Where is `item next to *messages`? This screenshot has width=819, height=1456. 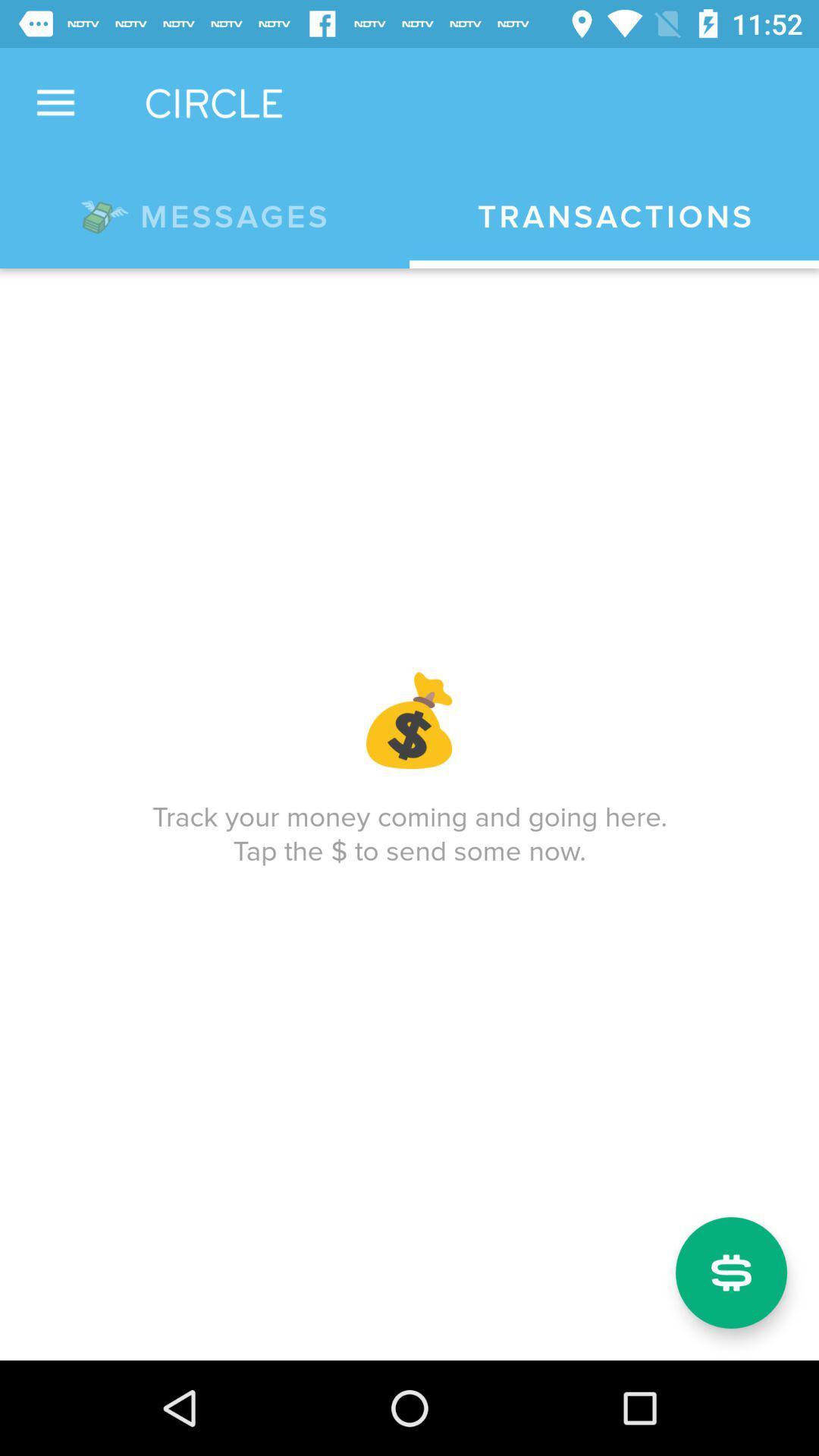 item next to *messages is located at coordinates (614, 216).